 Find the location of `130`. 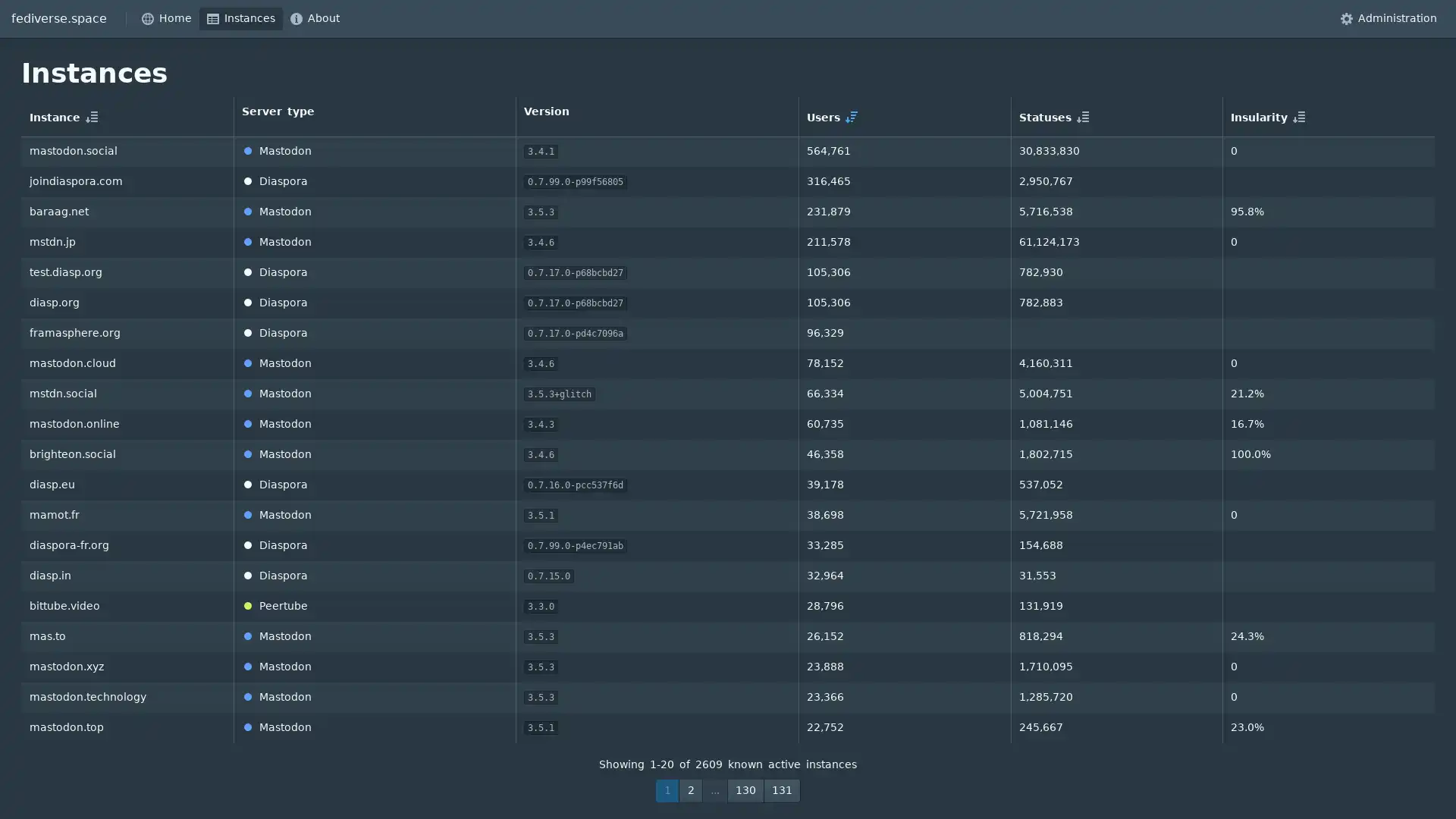

130 is located at coordinates (745, 789).